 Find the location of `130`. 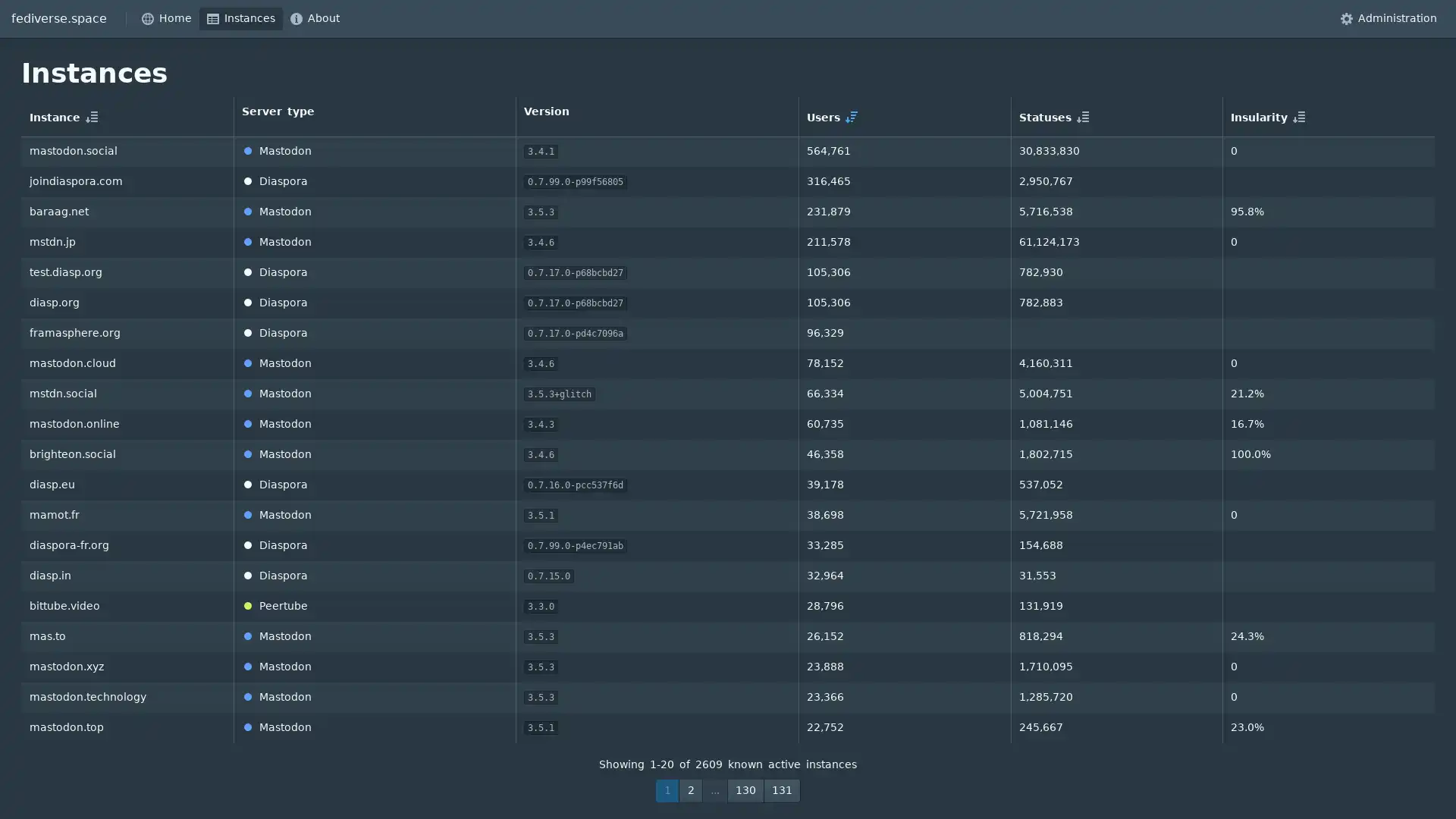

130 is located at coordinates (745, 789).